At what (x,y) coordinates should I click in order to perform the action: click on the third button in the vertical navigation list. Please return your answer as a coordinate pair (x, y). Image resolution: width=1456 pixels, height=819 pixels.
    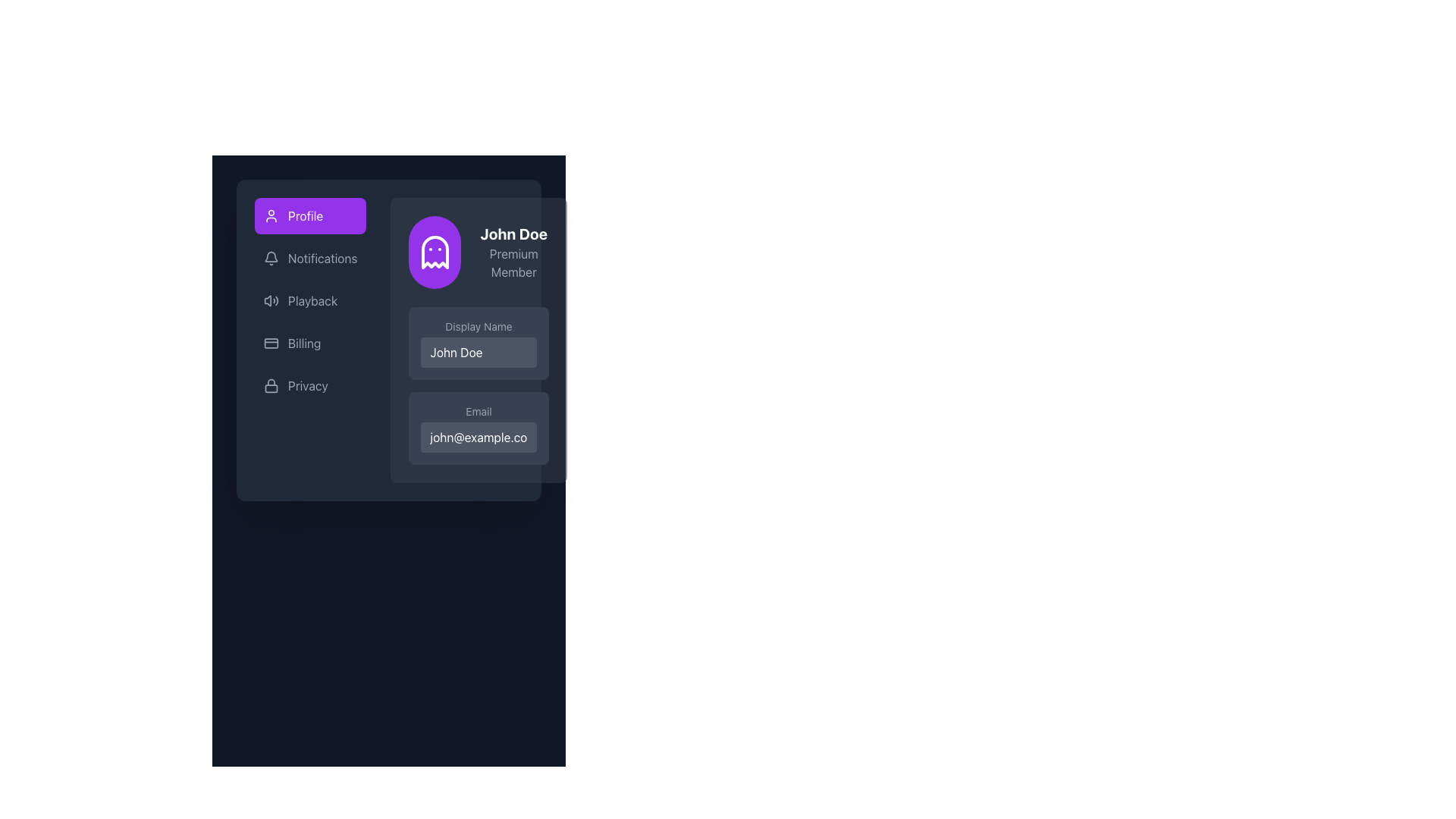
    Looking at the image, I should click on (309, 301).